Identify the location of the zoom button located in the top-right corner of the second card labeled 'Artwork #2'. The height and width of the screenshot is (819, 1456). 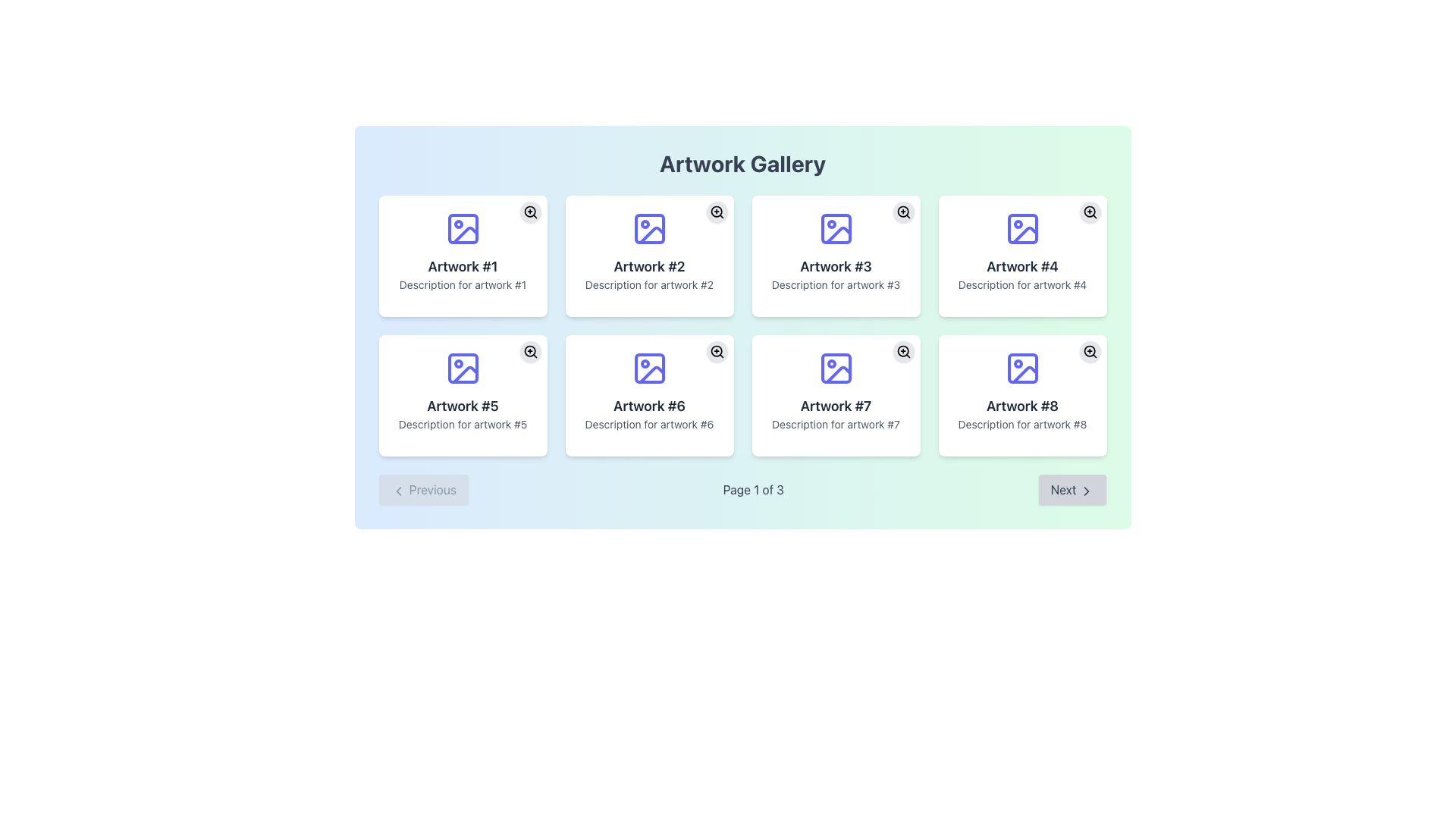
(716, 212).